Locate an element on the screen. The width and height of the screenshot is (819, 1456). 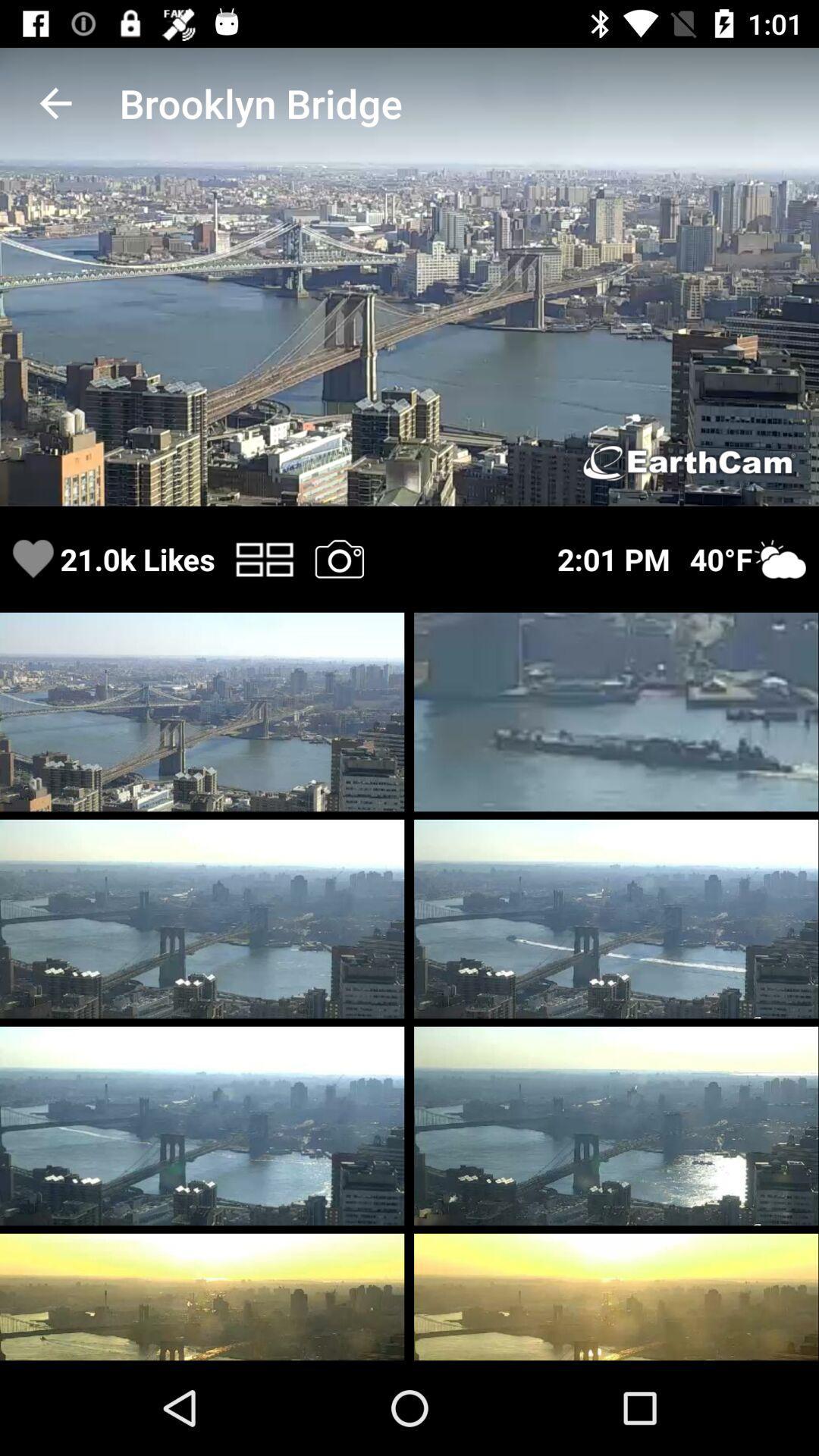
option is located at coordinates (338, 558).